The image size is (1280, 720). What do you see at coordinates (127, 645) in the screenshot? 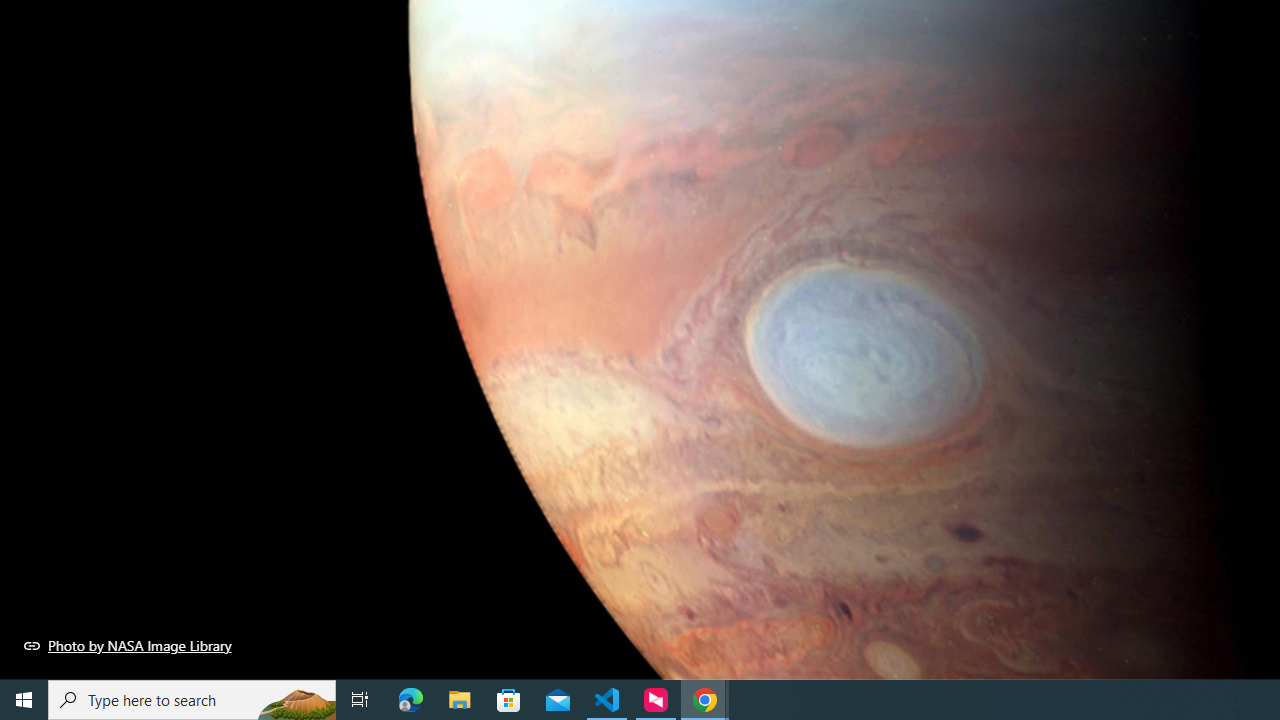
I see `'Photo by NASA Image Library'` at bounding box center [127, 645].